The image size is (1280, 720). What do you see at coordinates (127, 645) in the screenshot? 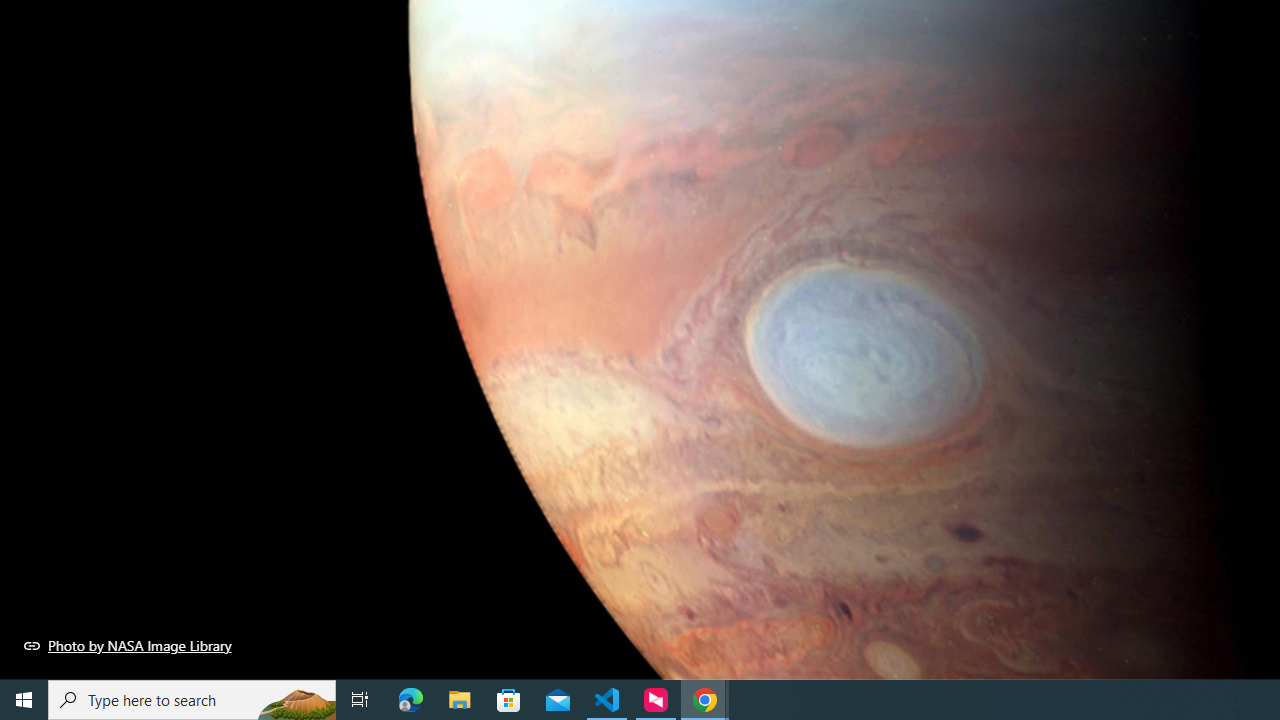
I see `'Photo by NASA Image Library'` at bounding box center [127, 645].